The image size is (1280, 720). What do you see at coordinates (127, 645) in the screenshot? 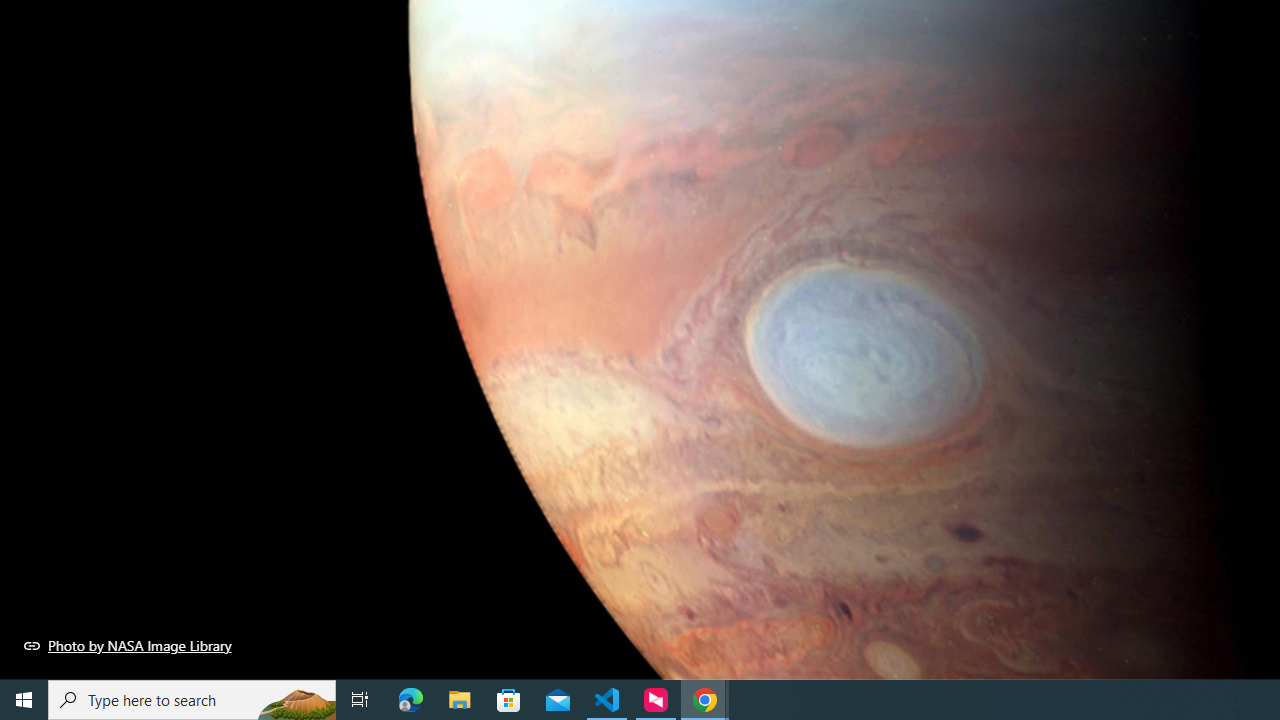
I see `'Photo by NASA Image Library'` at bounding box center [127, 645].